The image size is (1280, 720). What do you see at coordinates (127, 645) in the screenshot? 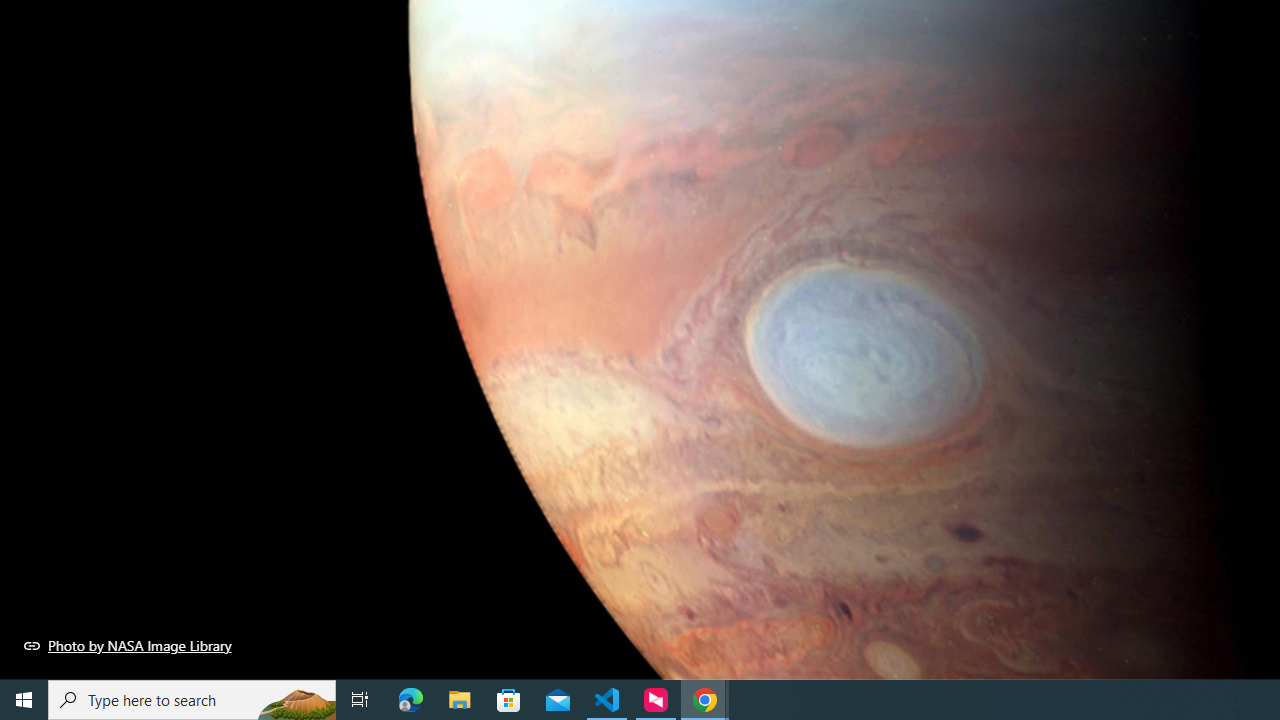
I see `'Photo by NASA Image Library'` at bounding box center [127, 645].